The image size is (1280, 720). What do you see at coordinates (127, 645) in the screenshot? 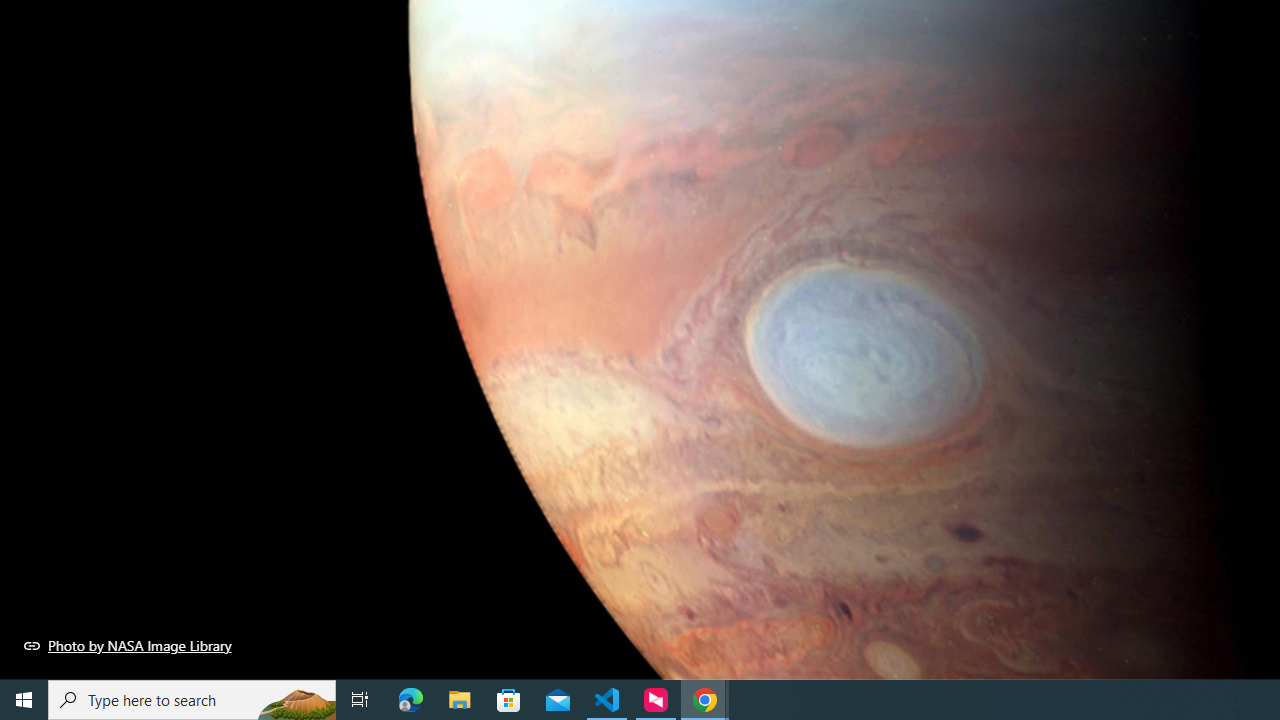
I see `'Photo by NASA Image Library'` at bounding box center [127, 645].